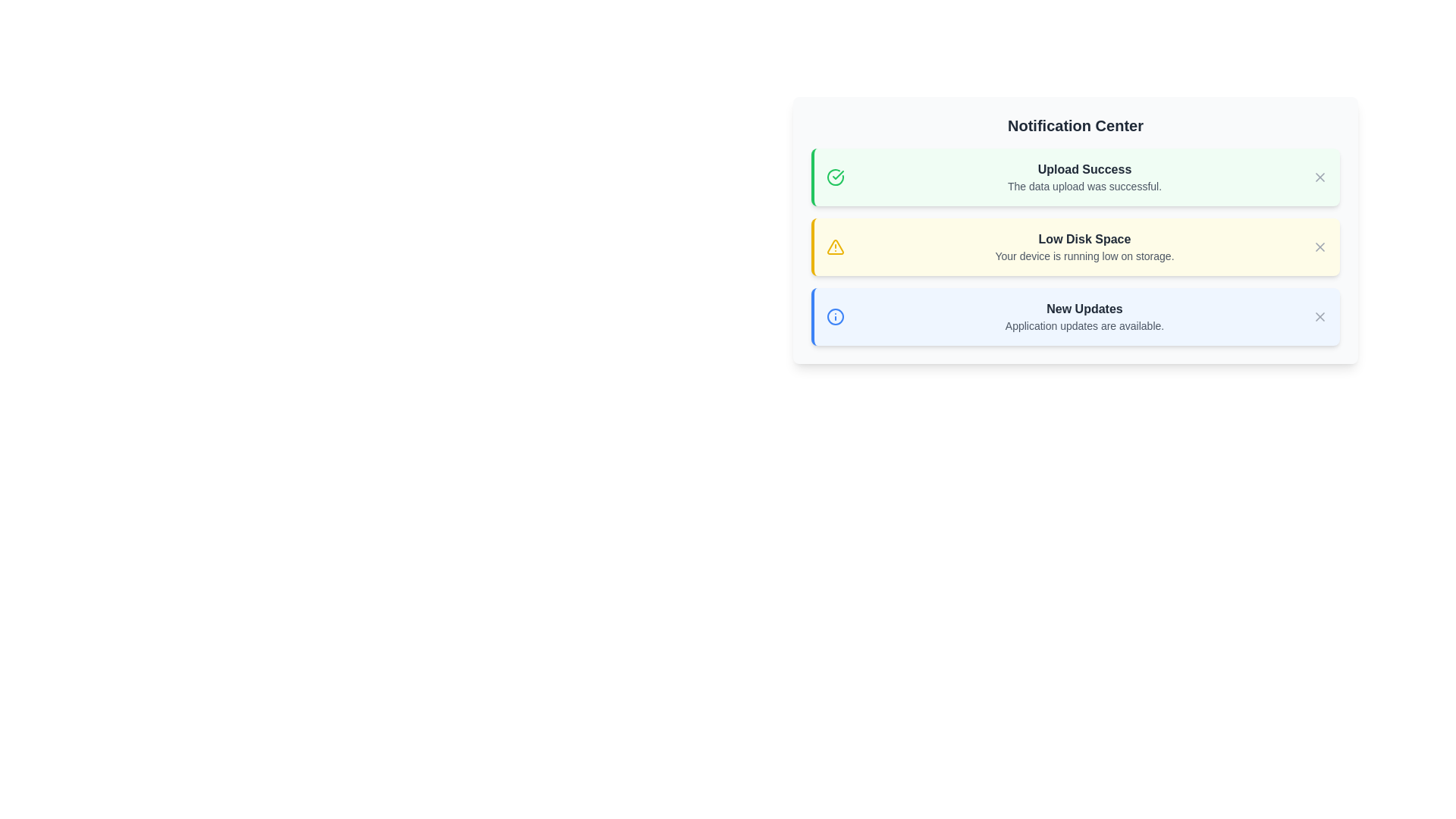 This screenshot has height=819, width=1456. What do you see at coordinates (1084, 186) in the screenshot?
I see `text of the Text Label displaying 'The data upload was successful.' located in the Notification Center, which appears below the 'Upload Success' heading` at bounding box center [1084, 186].